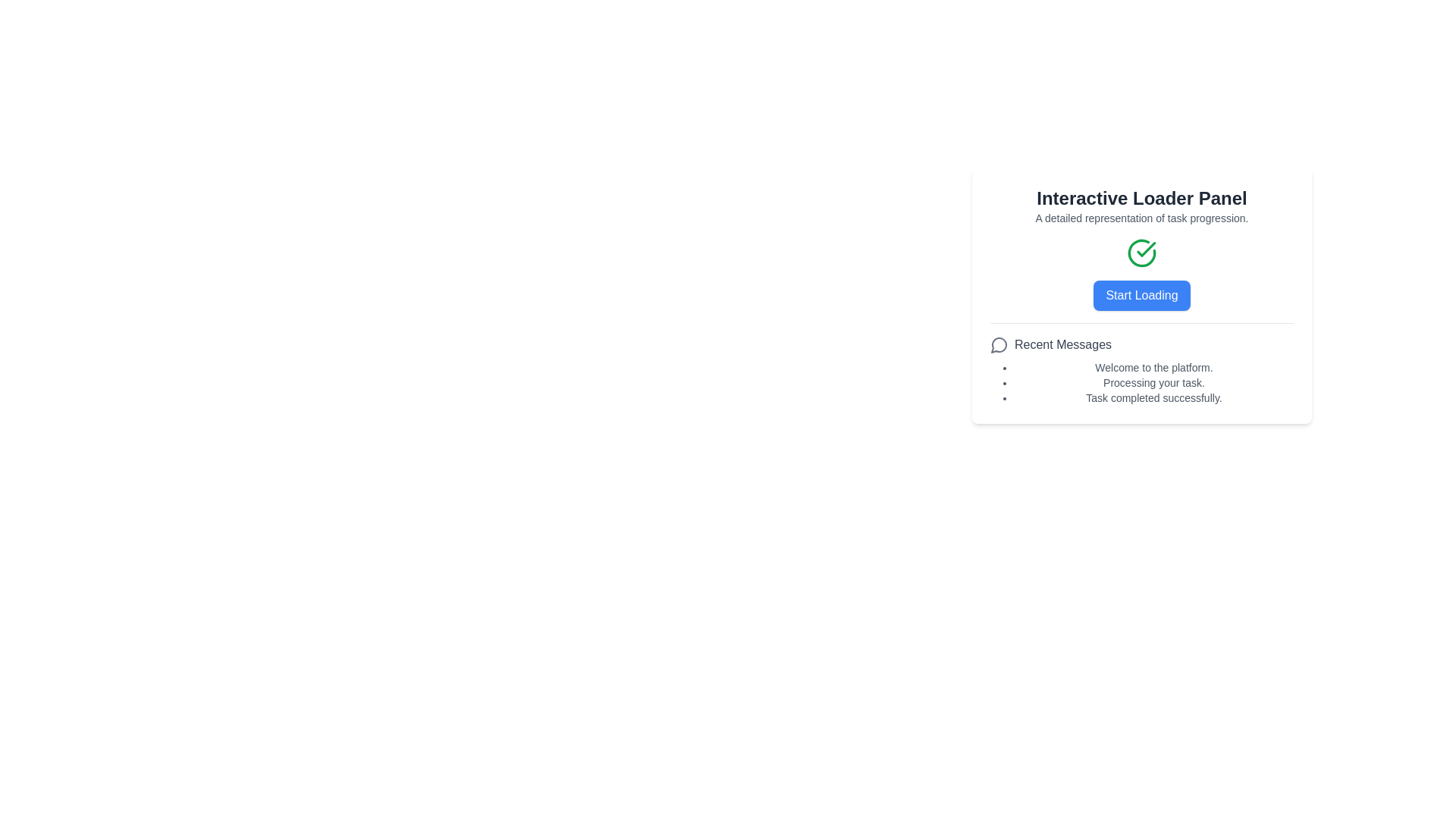  What do you see at coordinates (1062, 345) in the screenshot?
I see `the 'Recent Messages' text label, which is styled in gray font and positioned to the right of a speech bubble icon, located near the bottom portion of the UI card` at bounding box center [1062, 345].